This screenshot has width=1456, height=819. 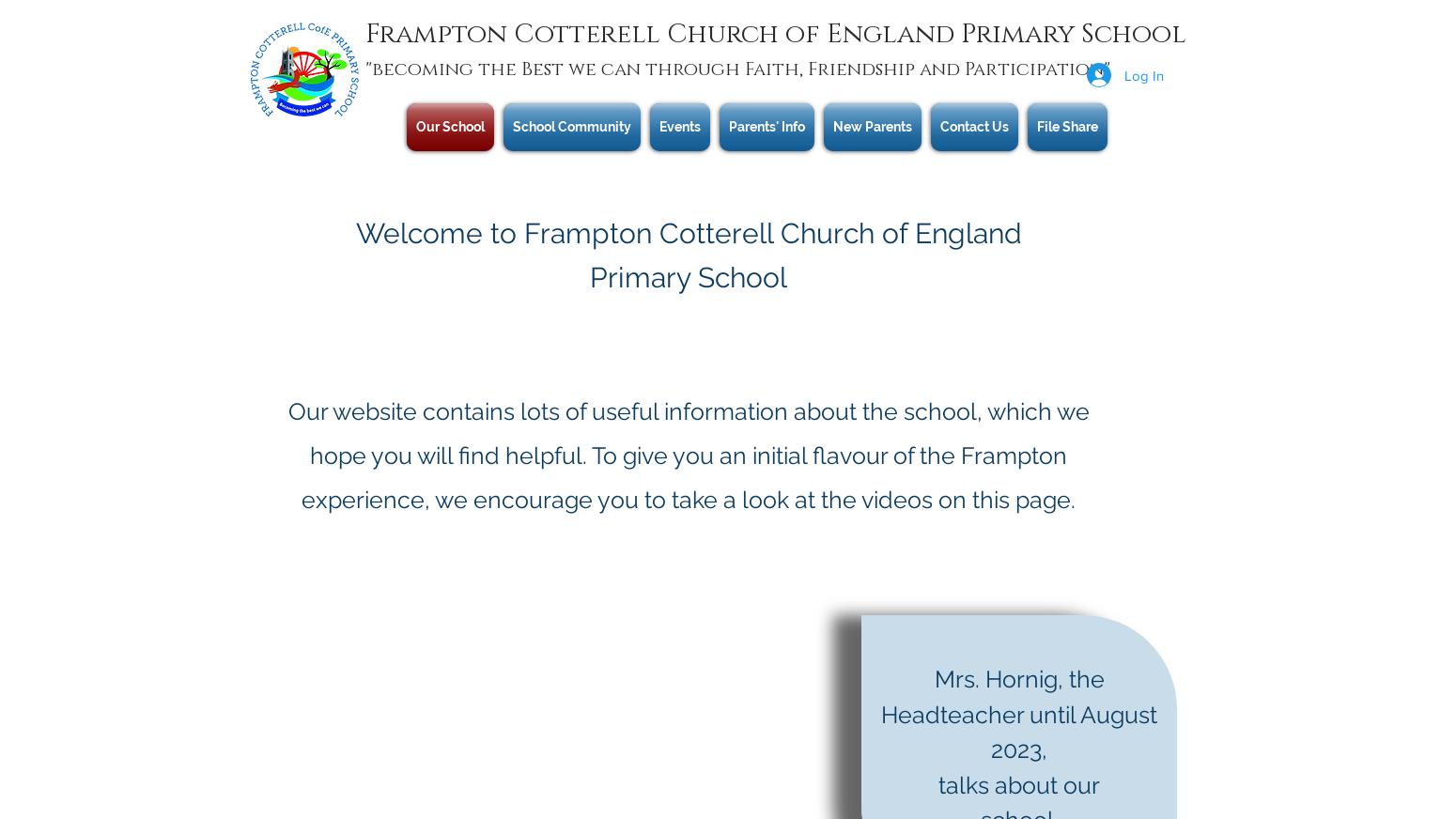 I want to click on 'Our School', so click(x=449, y=126).